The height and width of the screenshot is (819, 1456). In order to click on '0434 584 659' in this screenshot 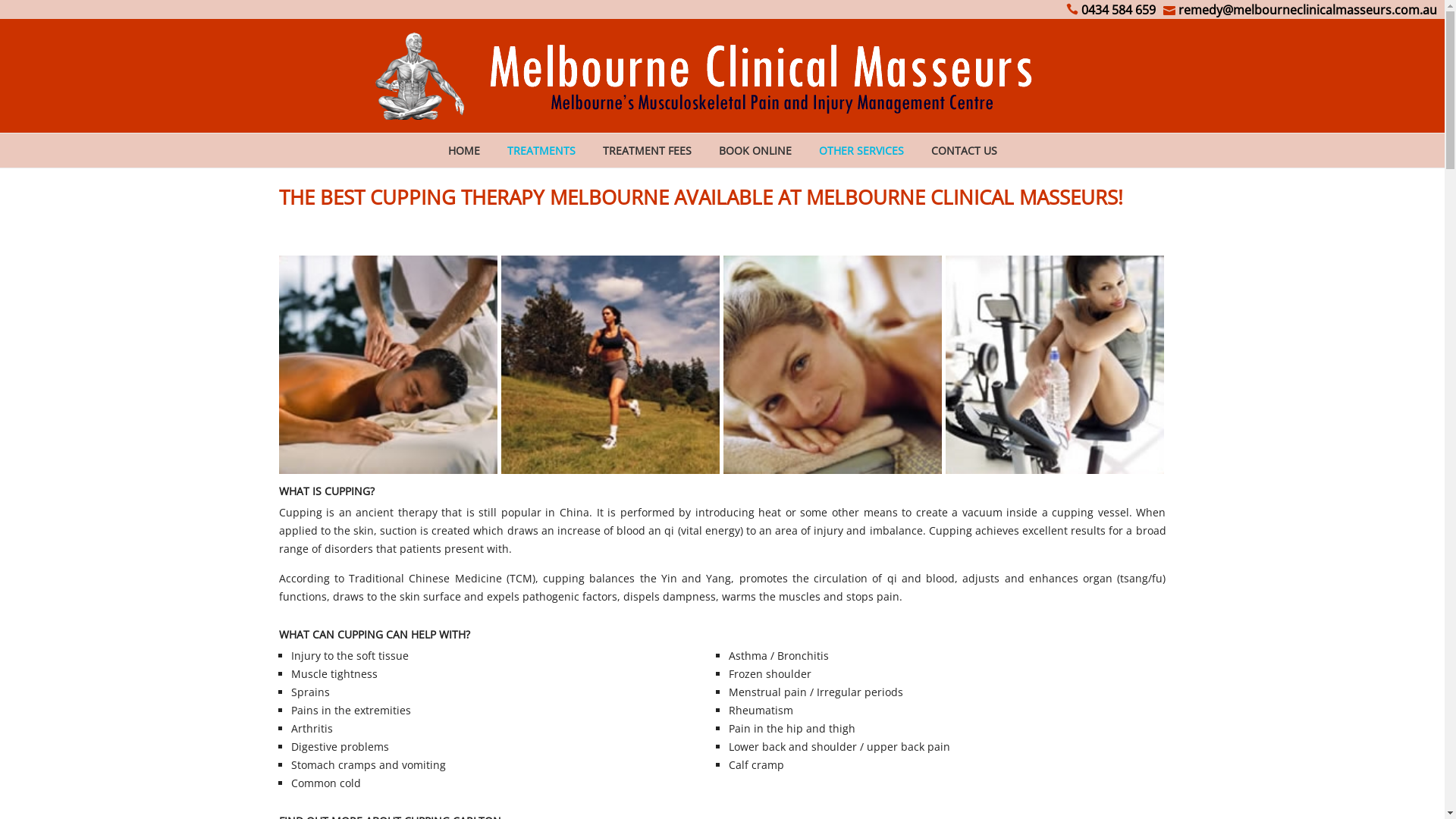, I will do `click(1110, 9)`.